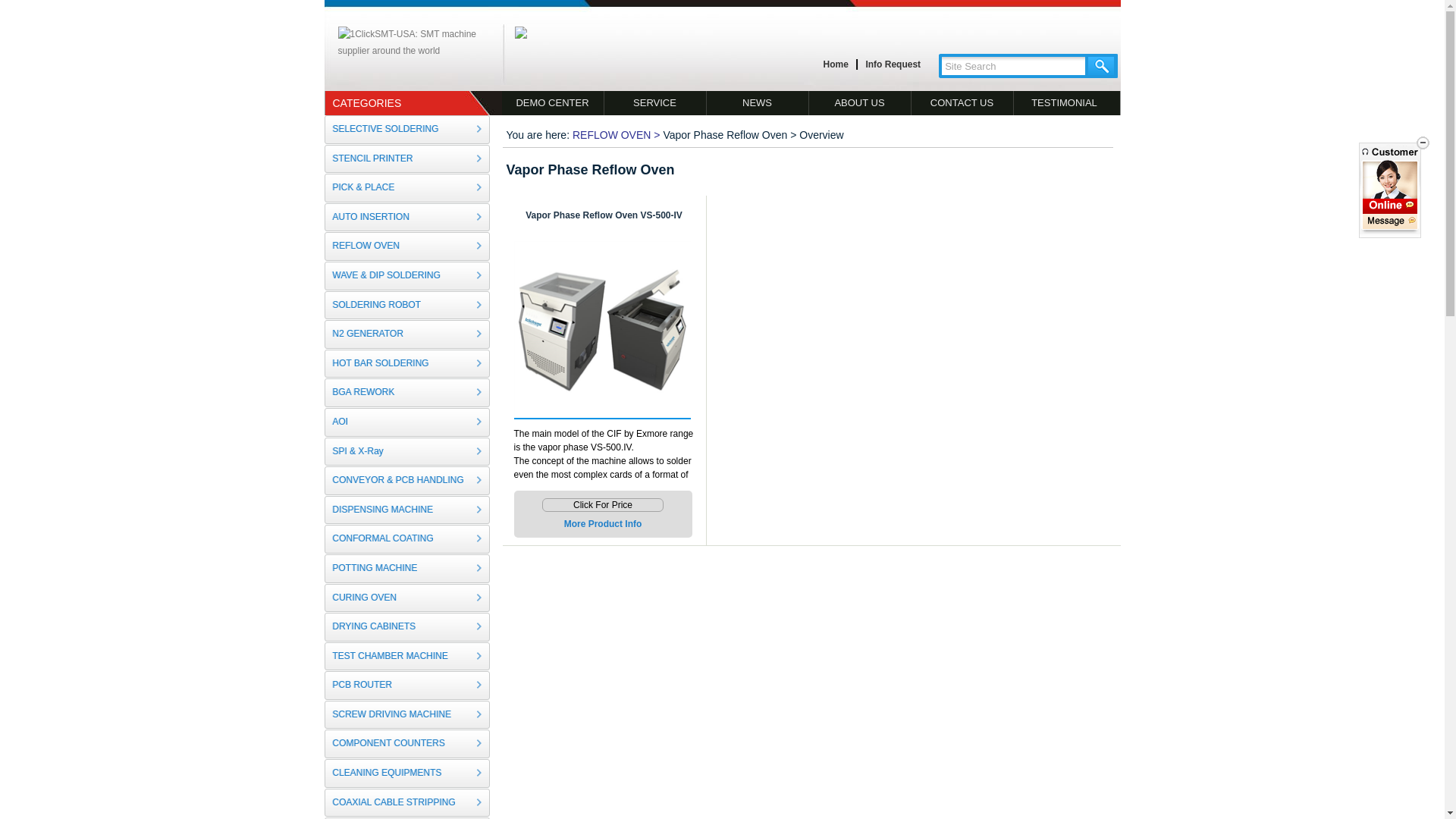 Image resolution: width=1456 pixels, height=819 pixels. I want to click on 'customer service', so click(1390, 206).